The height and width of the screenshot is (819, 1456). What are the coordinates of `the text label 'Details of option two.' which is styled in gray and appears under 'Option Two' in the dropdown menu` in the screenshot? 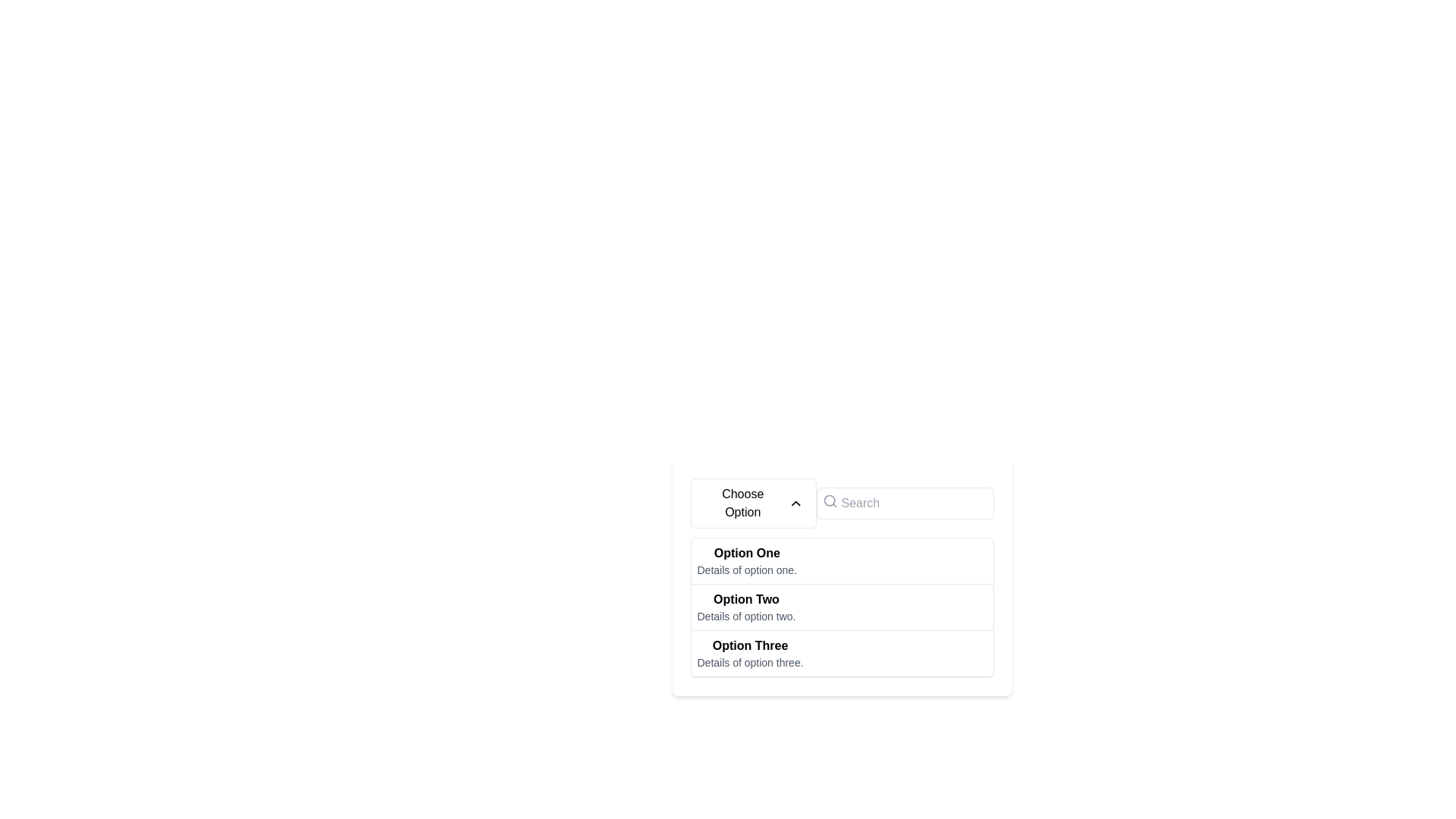 It's located at (746, 617).